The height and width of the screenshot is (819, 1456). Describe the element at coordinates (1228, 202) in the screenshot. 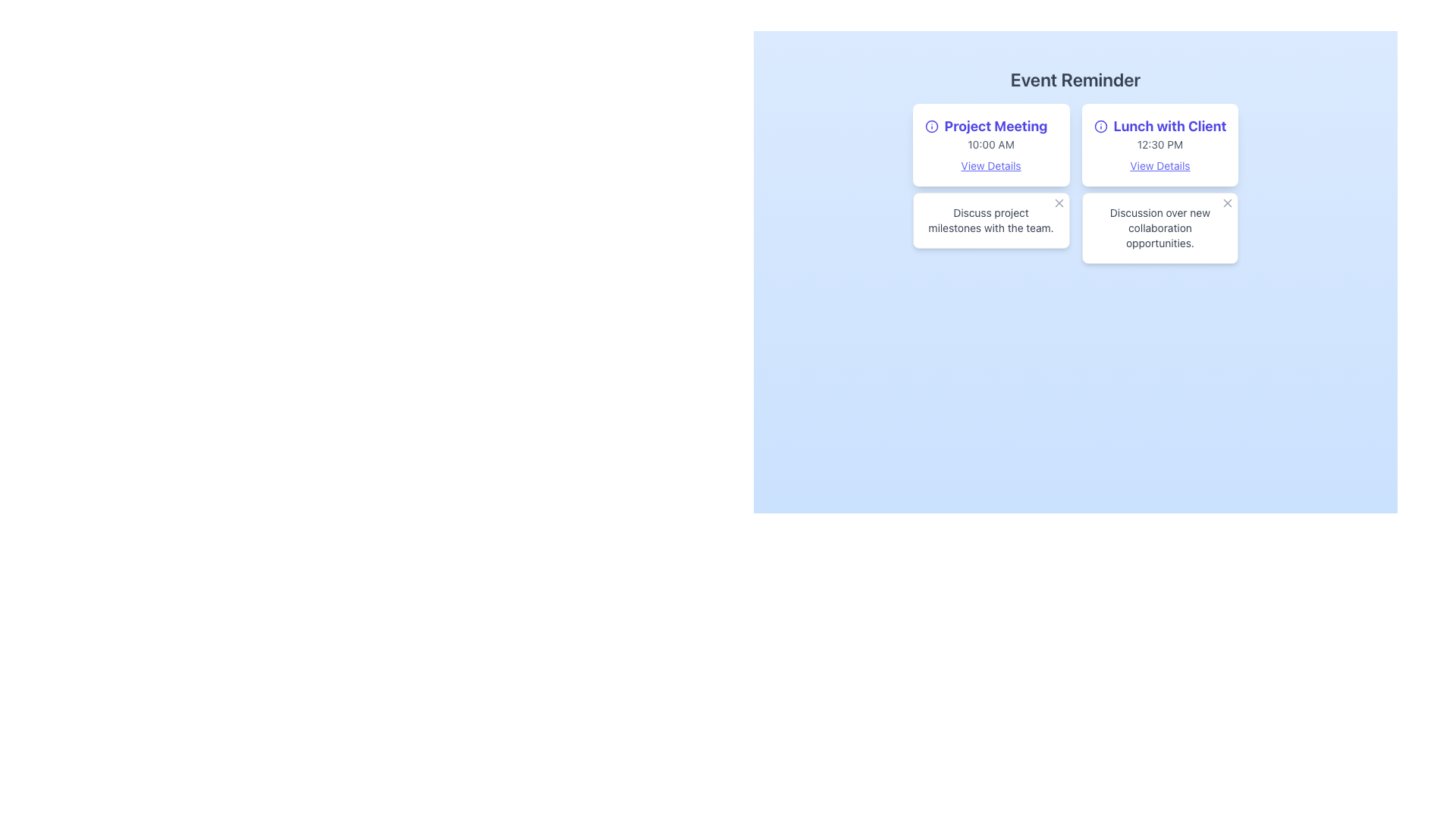

I see `the 'X' icon button located at the top-right corner of the card discussing 'Discussion over new collaboration opportunities'` at that location.